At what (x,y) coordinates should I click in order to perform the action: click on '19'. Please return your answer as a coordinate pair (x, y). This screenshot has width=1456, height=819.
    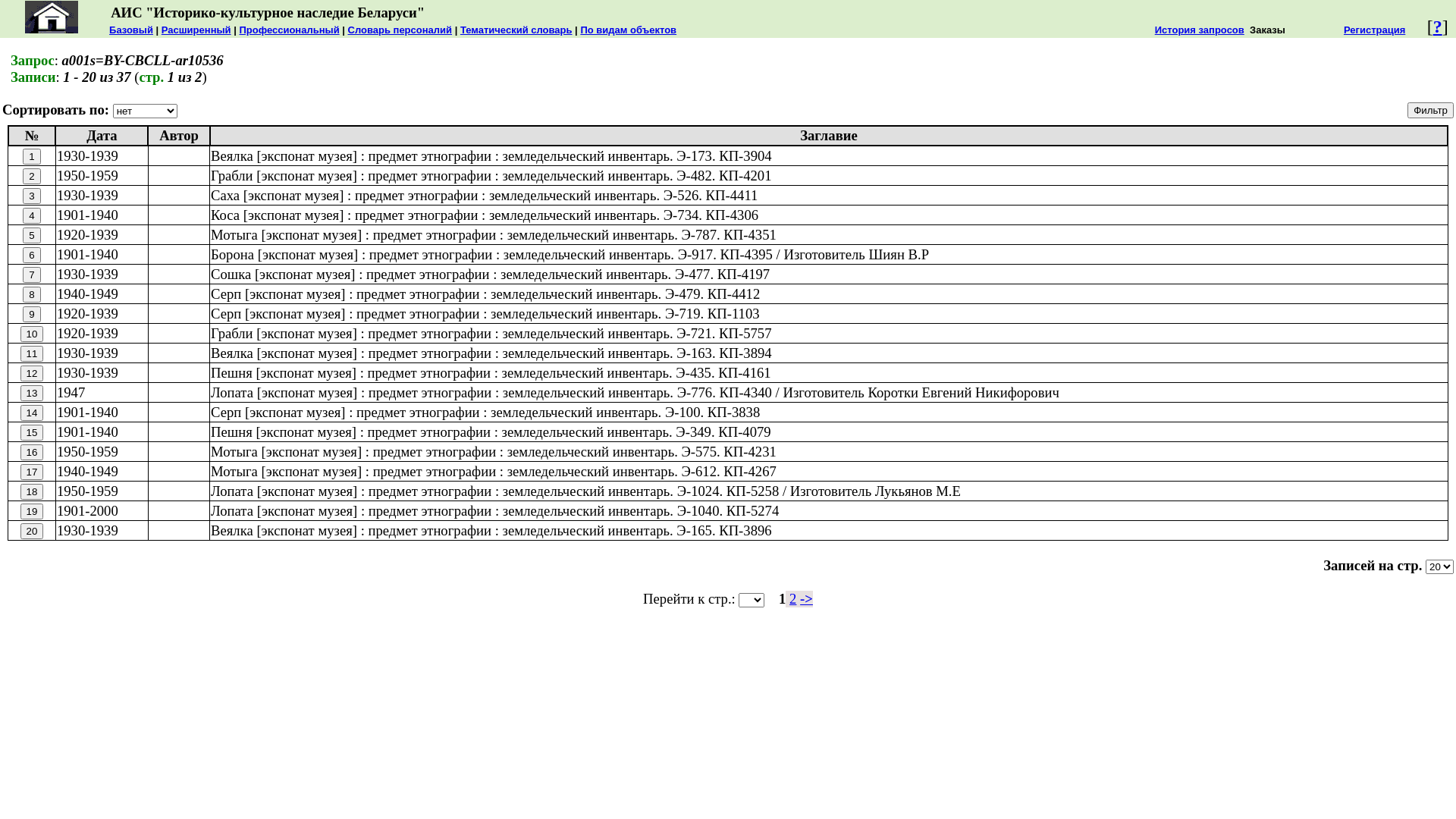
    Looking at the image, I should click on (32, 511).